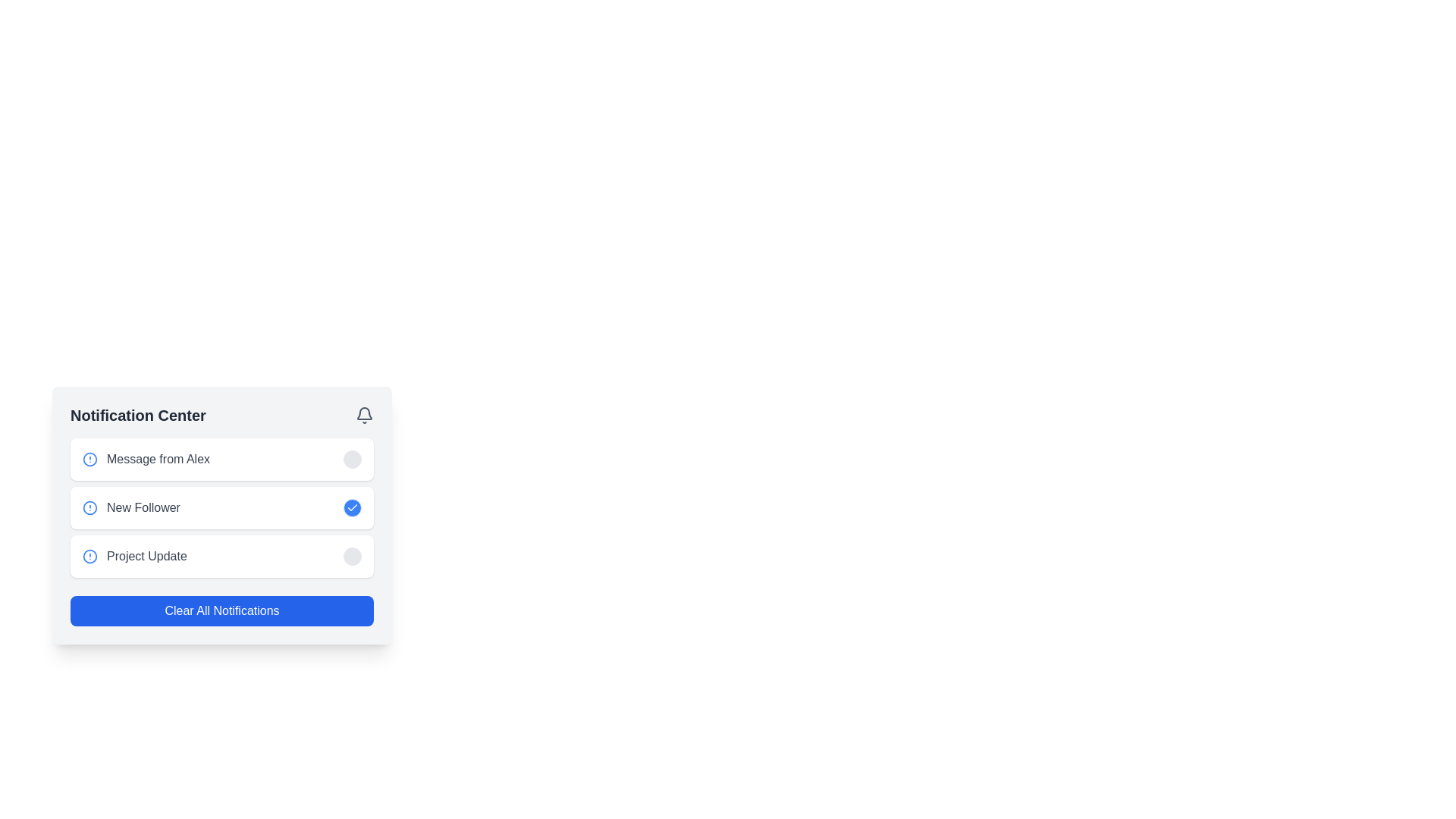  I want to click on the action button located inside the notification center panel, so click(352, 458).